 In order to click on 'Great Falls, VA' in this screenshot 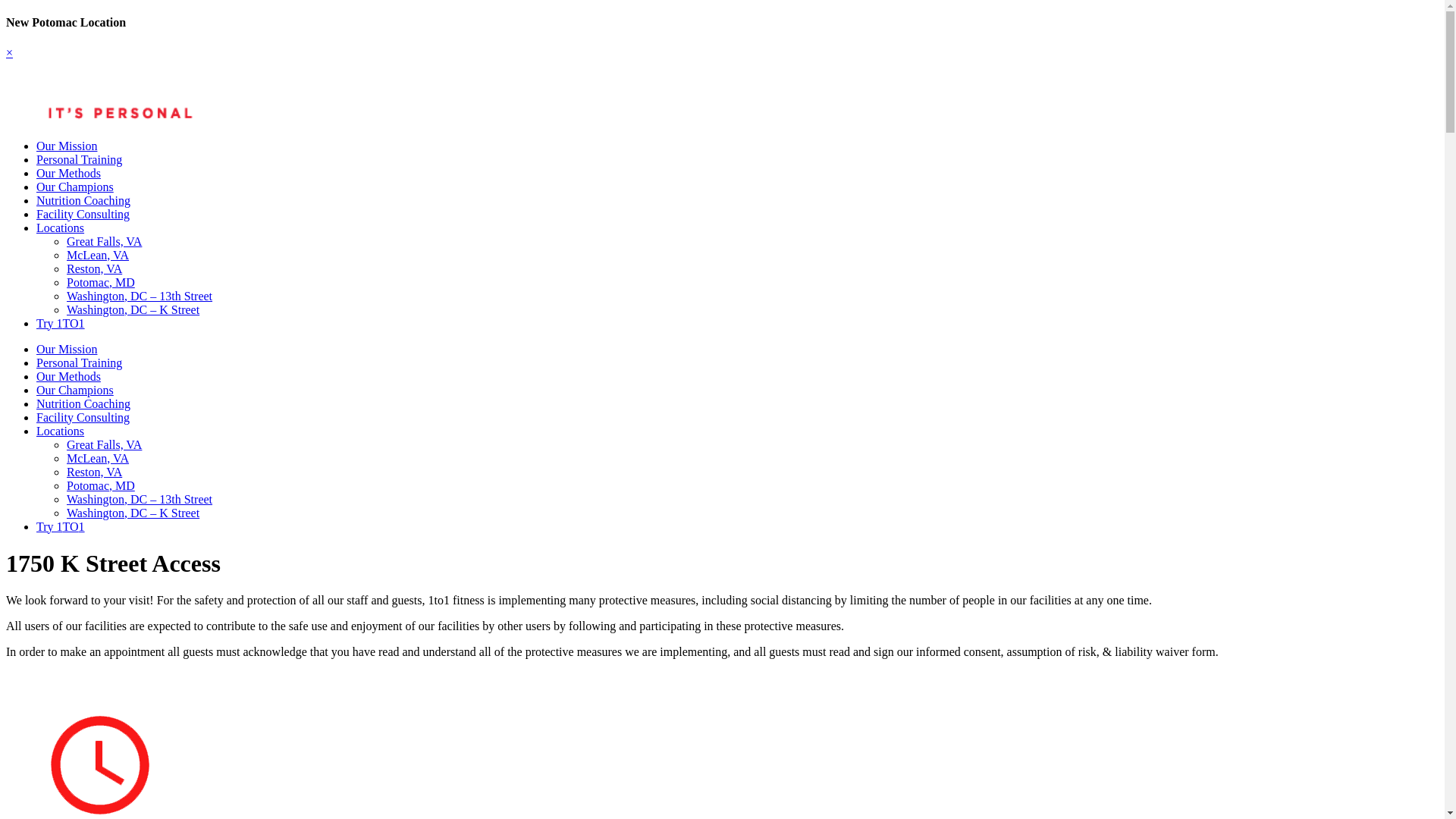, I will do `click(65, 444)`.